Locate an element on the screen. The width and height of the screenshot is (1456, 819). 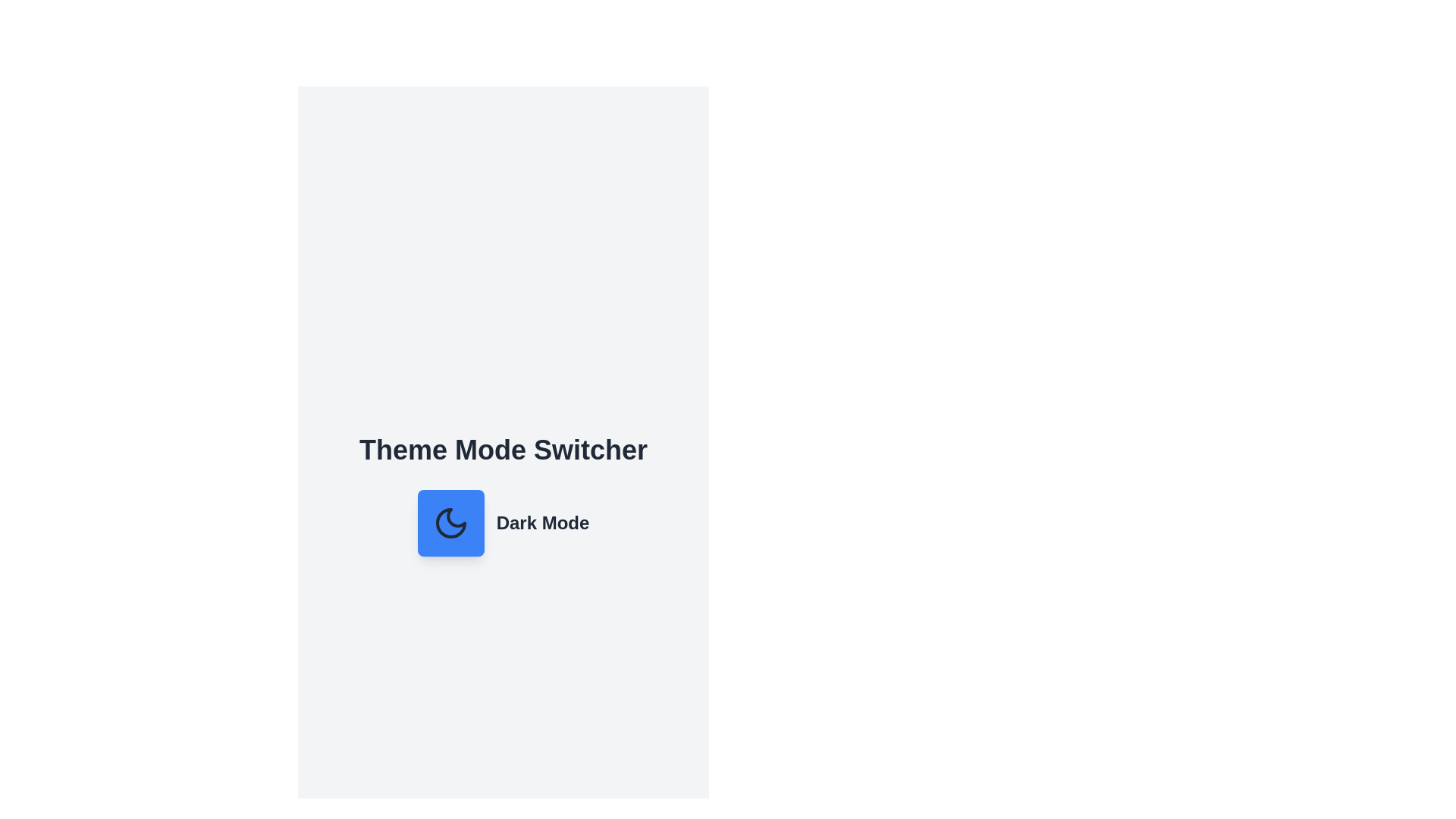
the ThemeToggleButton to toggle the theme is located at coordinates (450, 522).